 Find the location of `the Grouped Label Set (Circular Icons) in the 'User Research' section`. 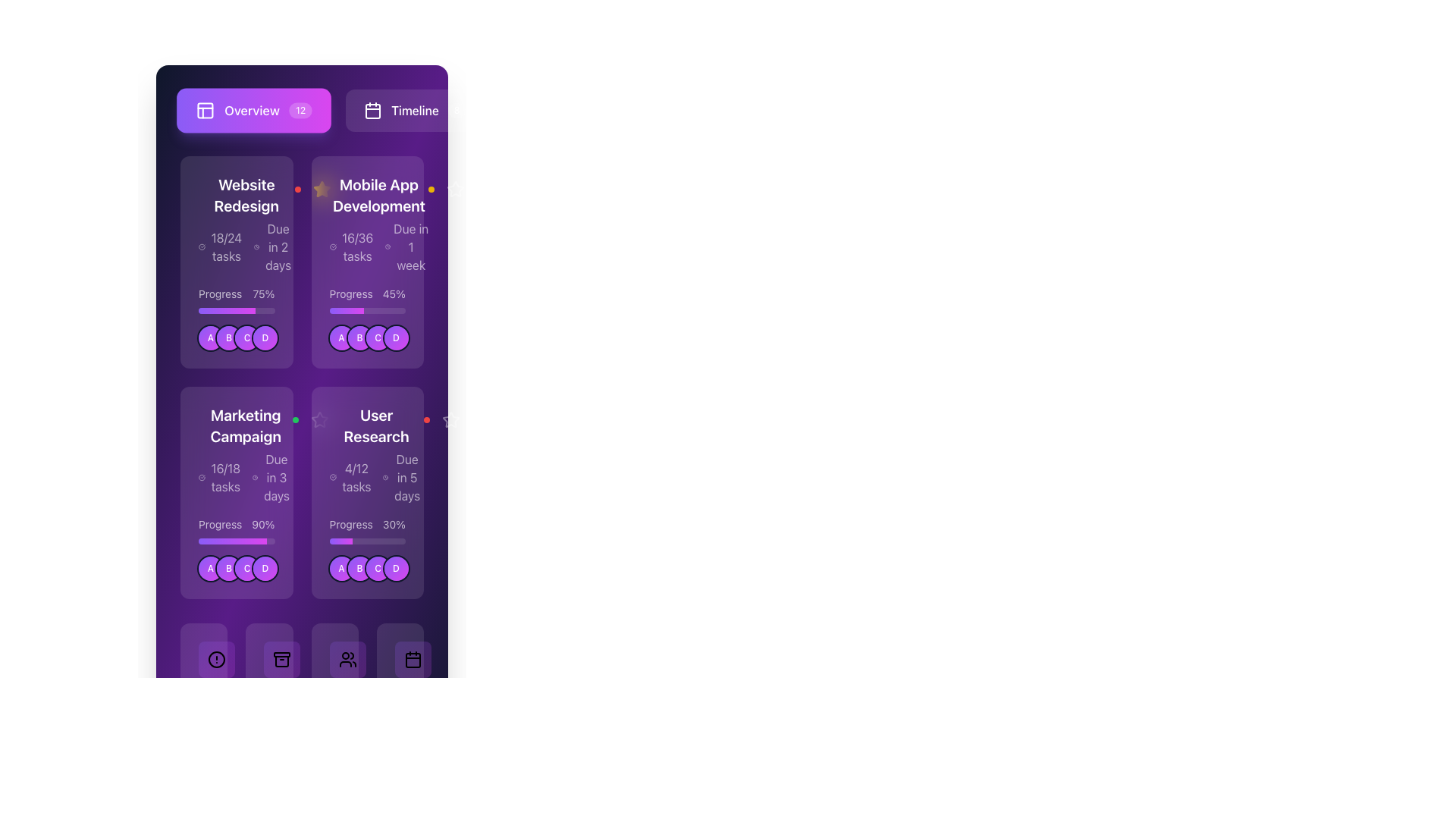

the Grouped Label Set (Circular Icons) in the 'User Research' section is located at coordinates (369, 568).